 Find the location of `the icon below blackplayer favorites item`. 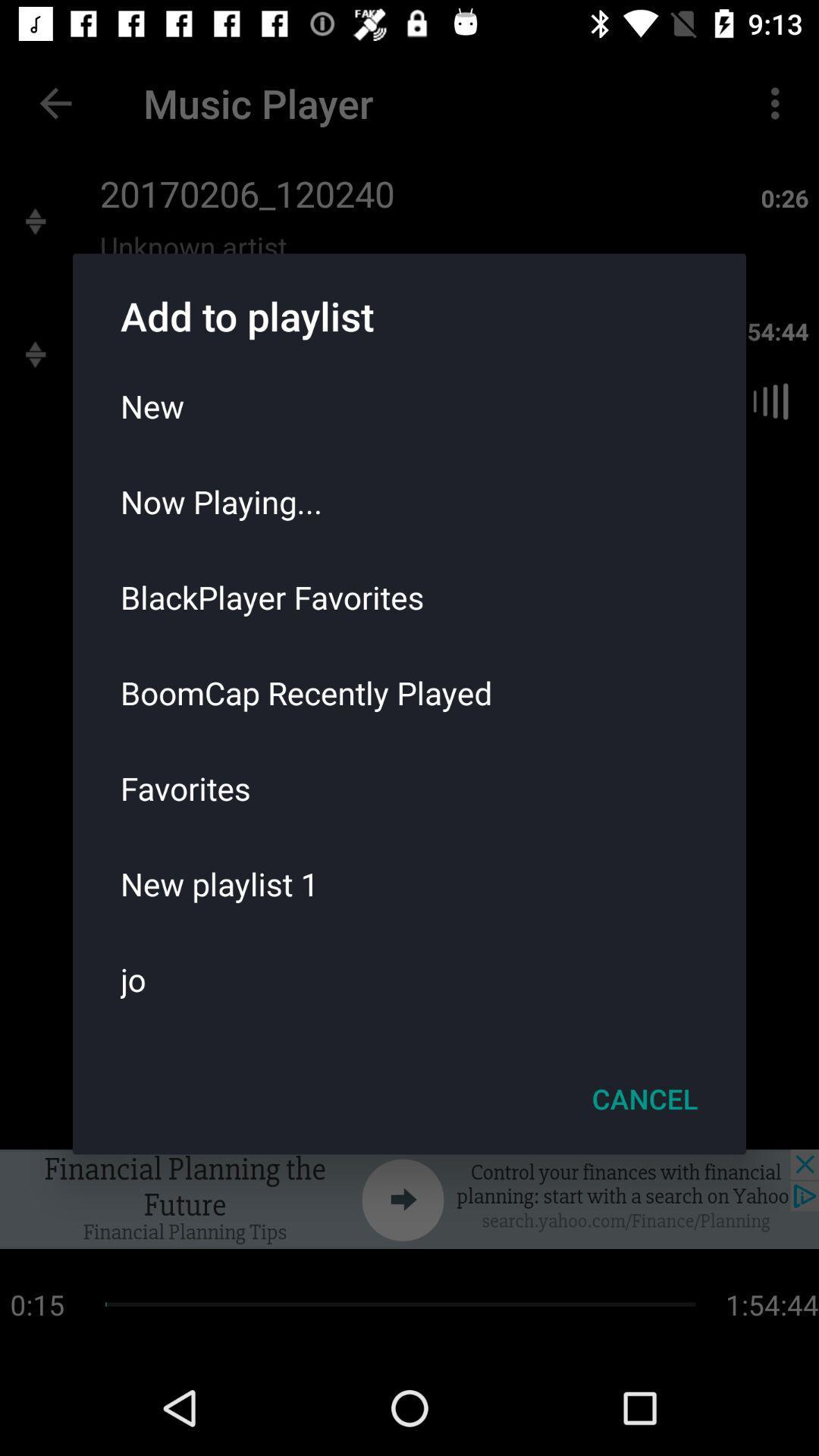

the icon below blackplayer favorites item is located at coordinates (409, 692).